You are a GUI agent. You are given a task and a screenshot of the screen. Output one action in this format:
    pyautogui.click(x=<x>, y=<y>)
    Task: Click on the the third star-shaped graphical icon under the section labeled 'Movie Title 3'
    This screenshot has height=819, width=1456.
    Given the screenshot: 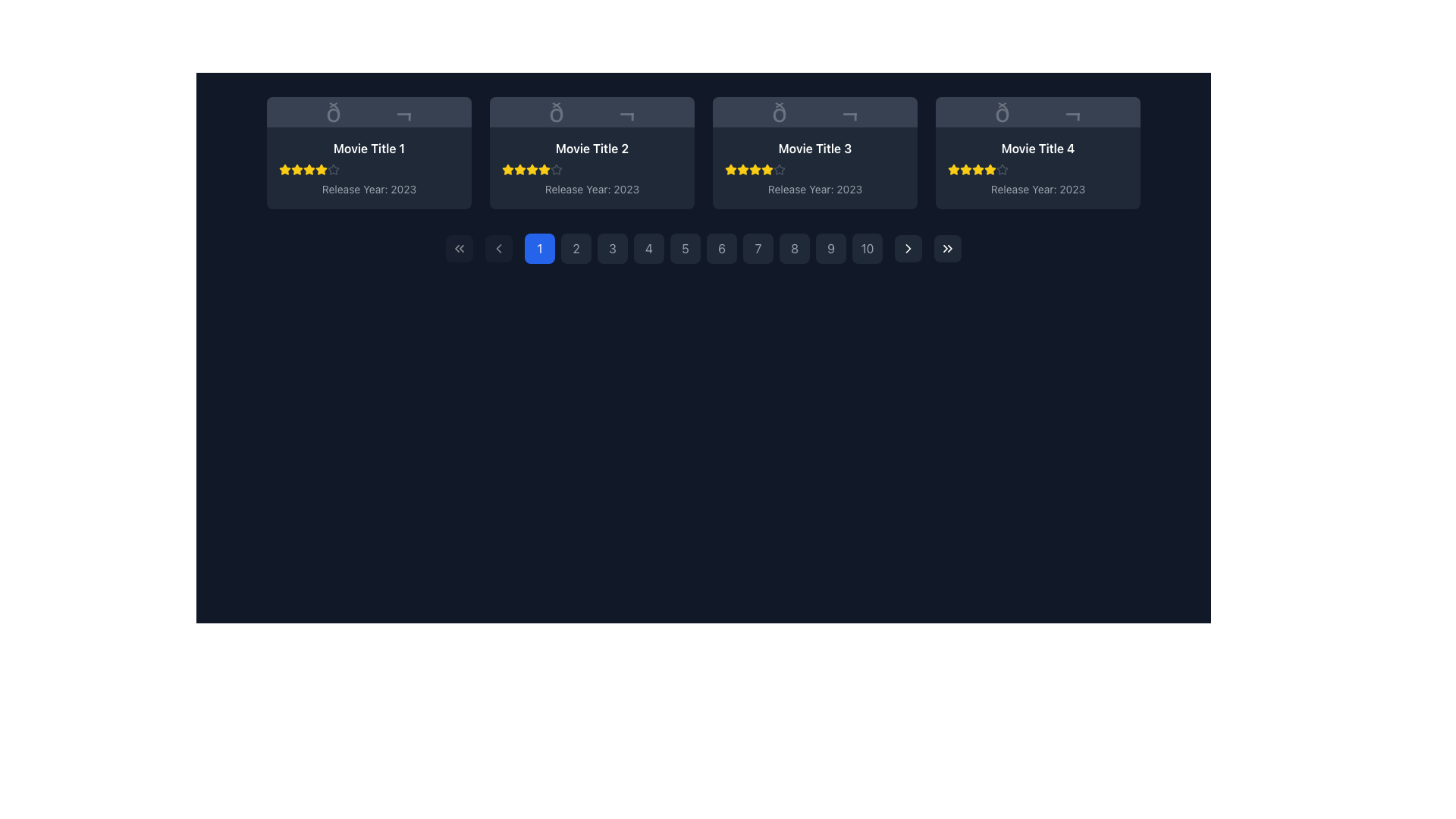 What is the action you would take?
    pyautogui.click(x=731, y=169)
    